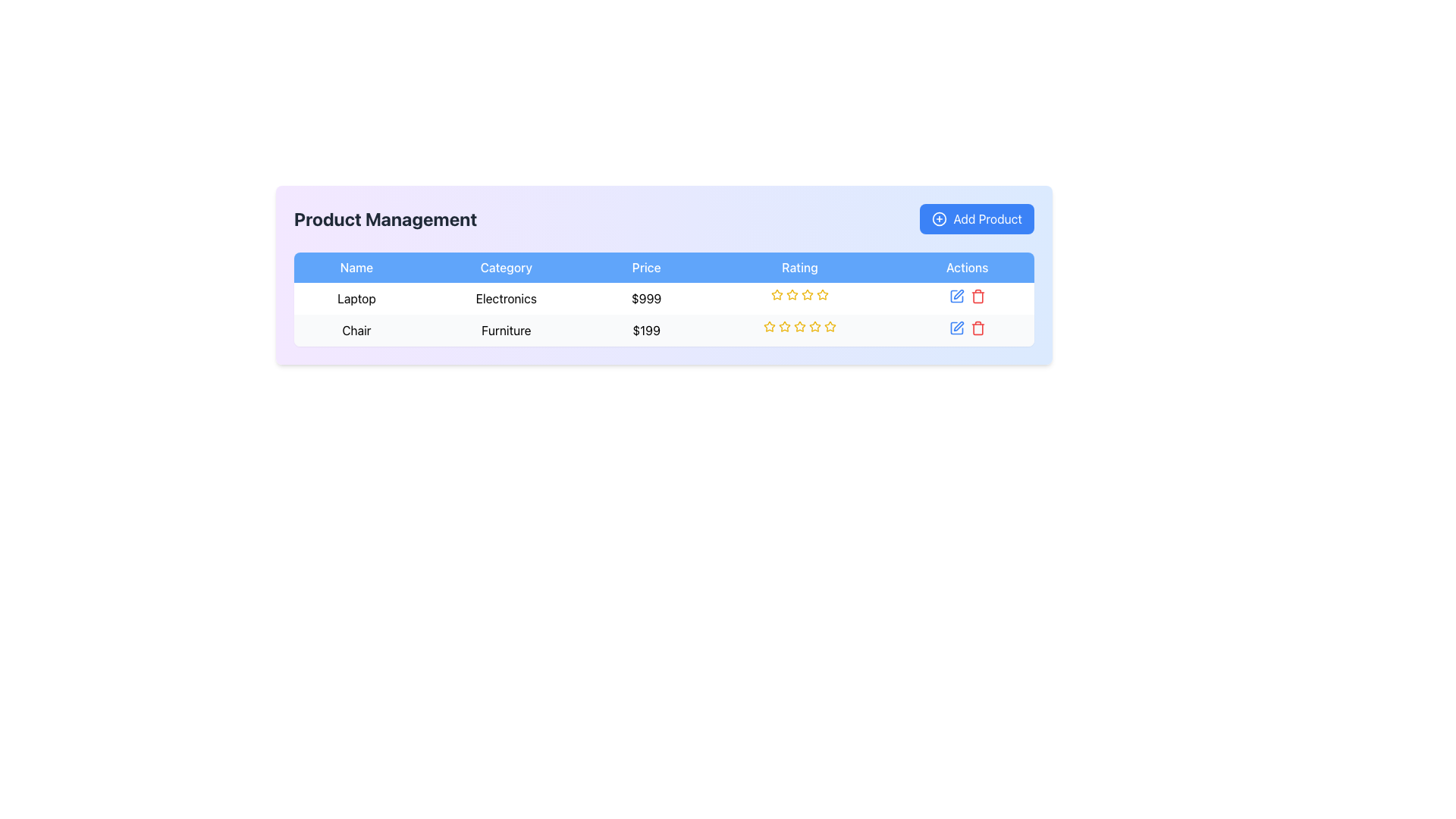 Image resolution: width=1456 pixels, height=819 pixels. I want to click on the fourth star icon in the 'Rating' column of the 'Laptop' row, so click(807, 294).